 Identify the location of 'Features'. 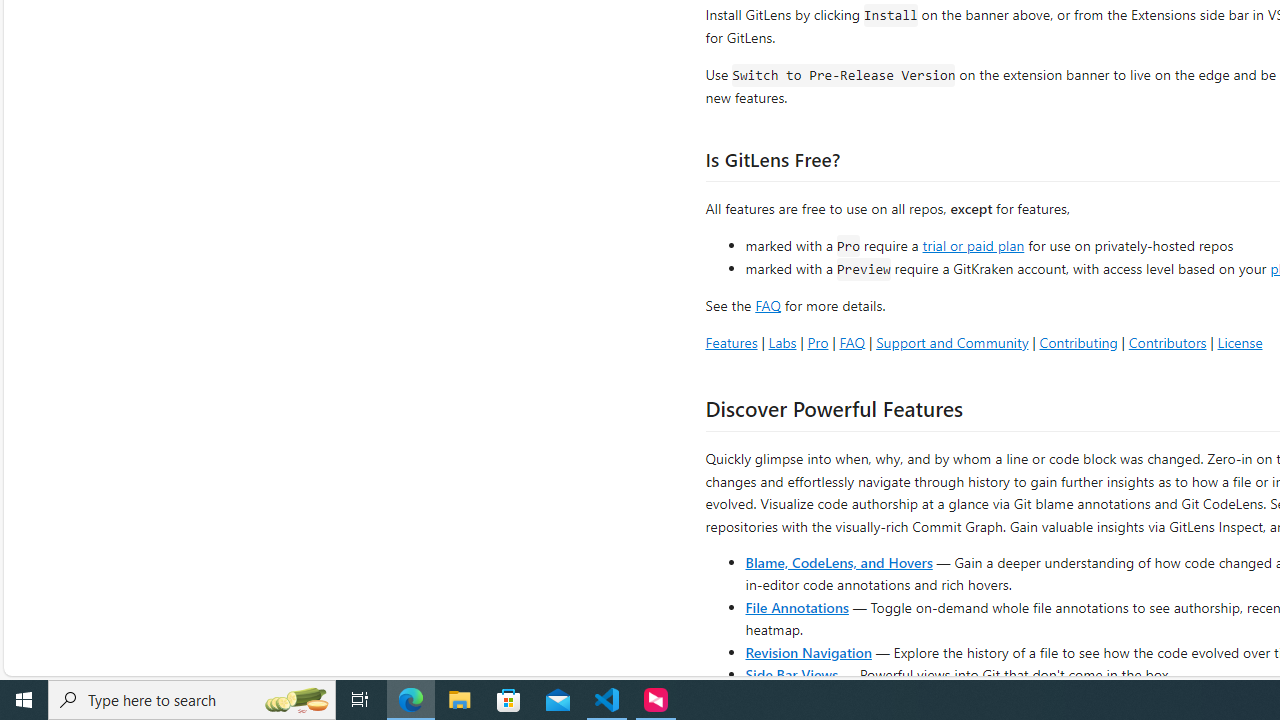
(730, 341).